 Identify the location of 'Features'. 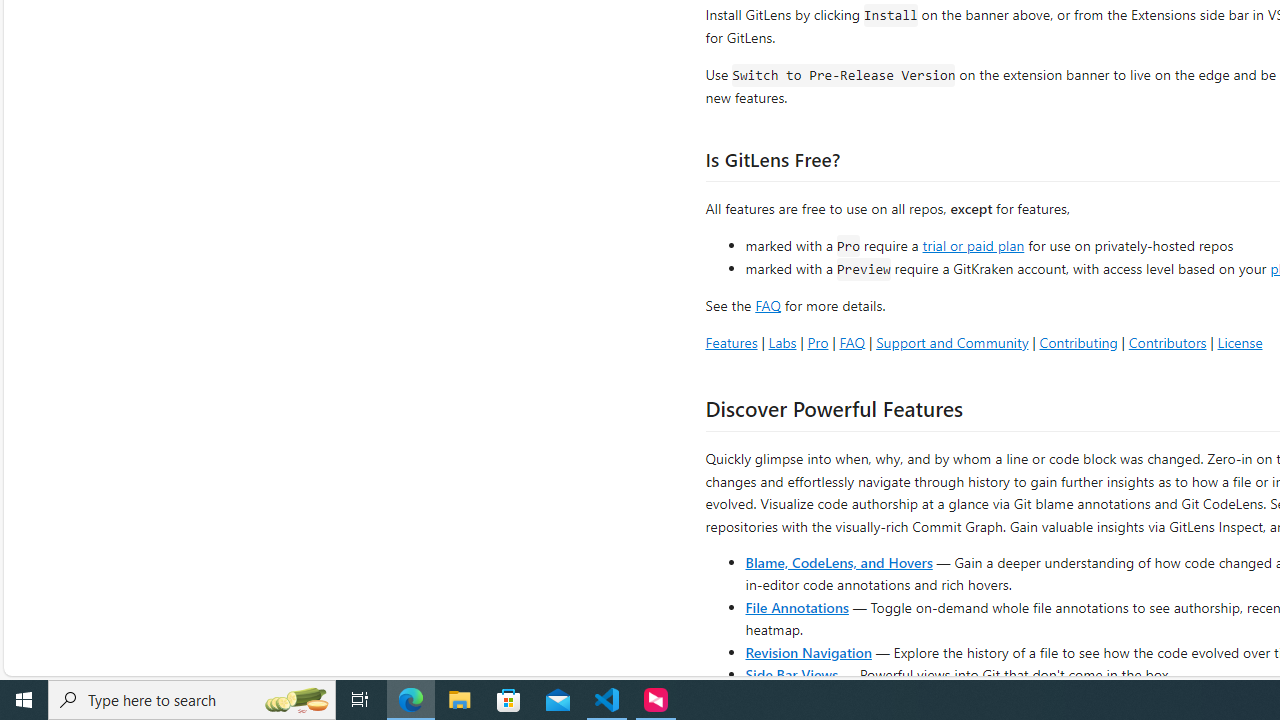
(730, 341).